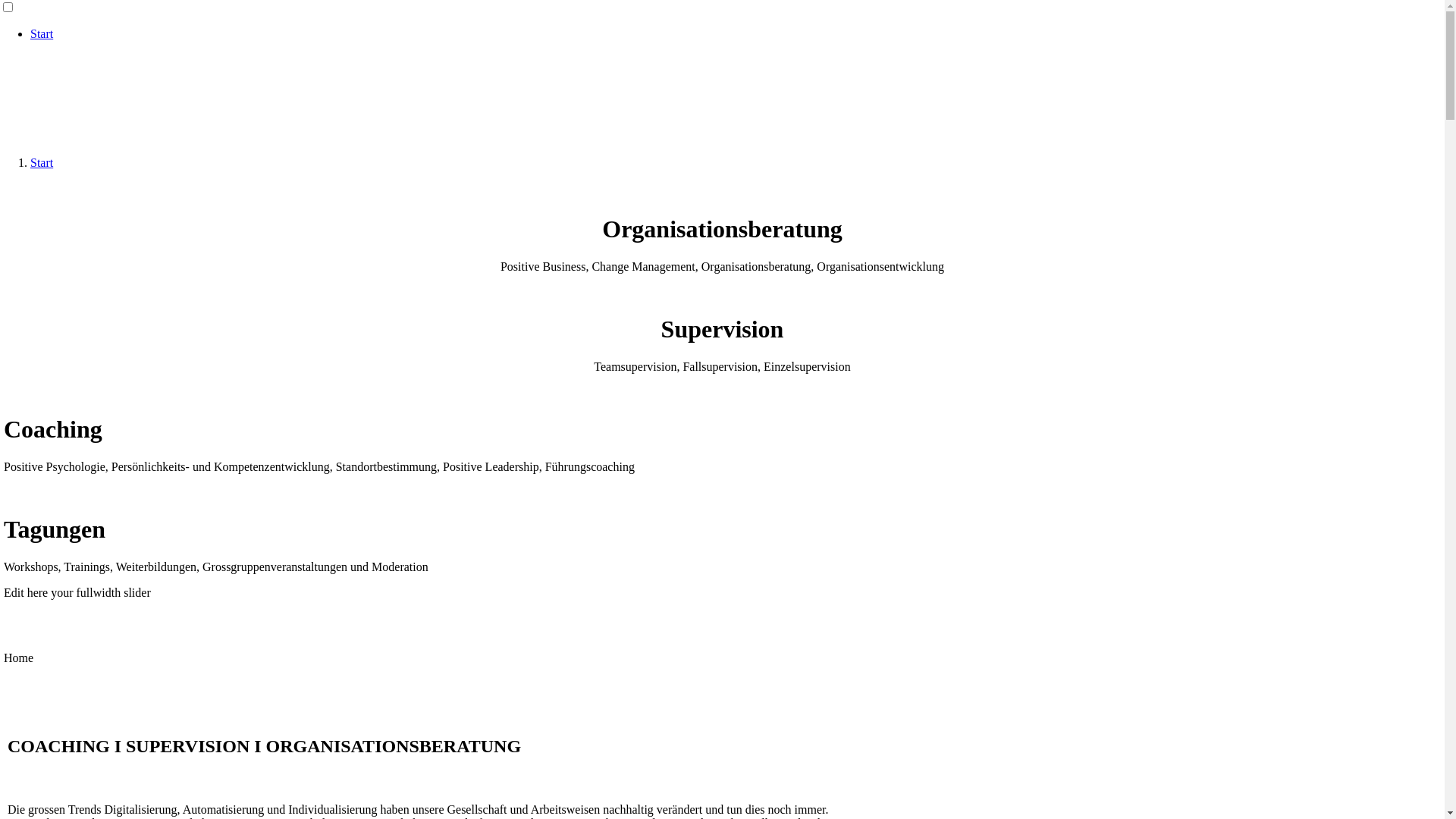 This screenshot has width=1456, height=819. What do you see at coordinates (41, 162) in the screenshot?
I see `'Start'` at bounding box center [41, 162].